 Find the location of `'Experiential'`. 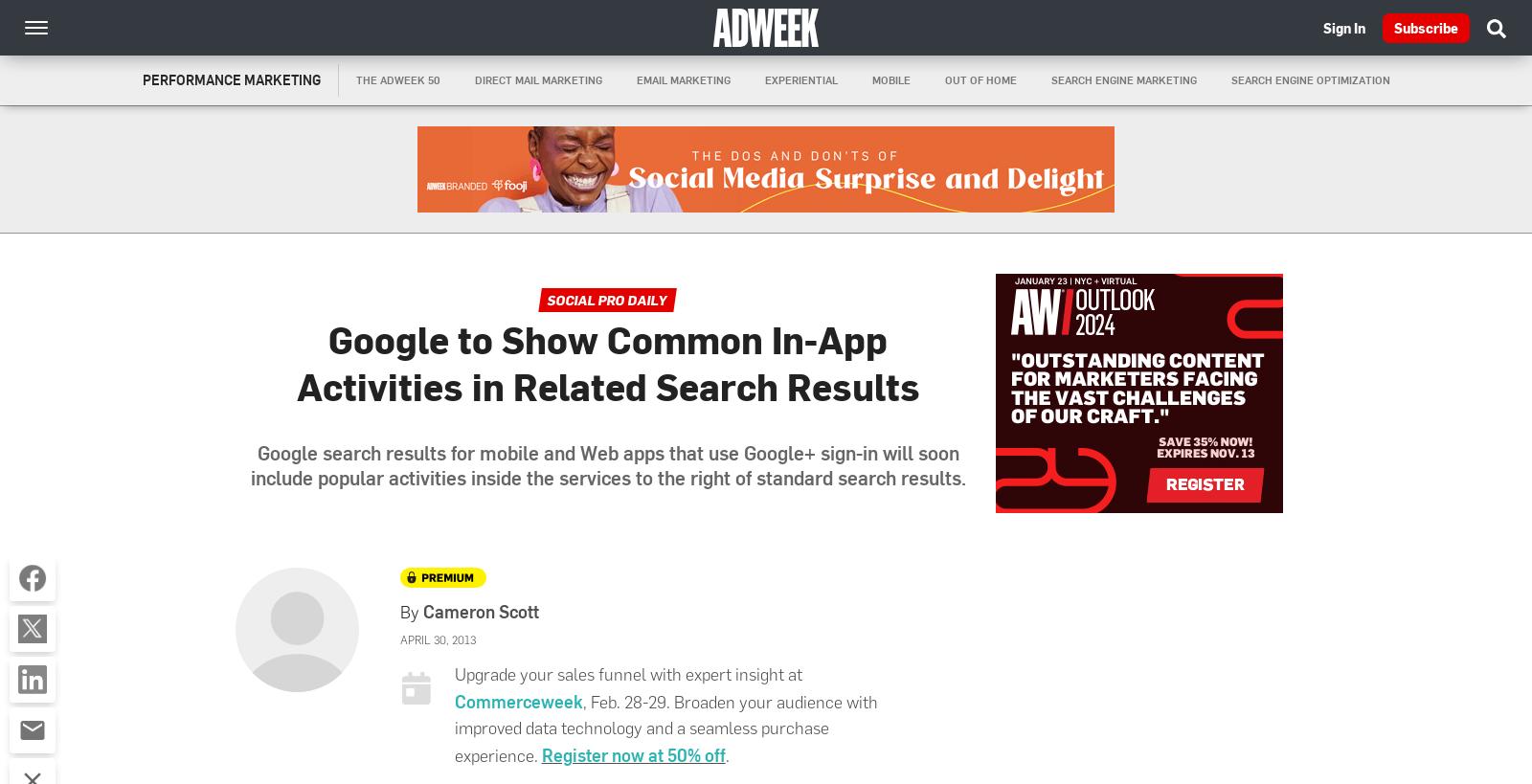

'Experiential' is located at coordinates (800, 79).